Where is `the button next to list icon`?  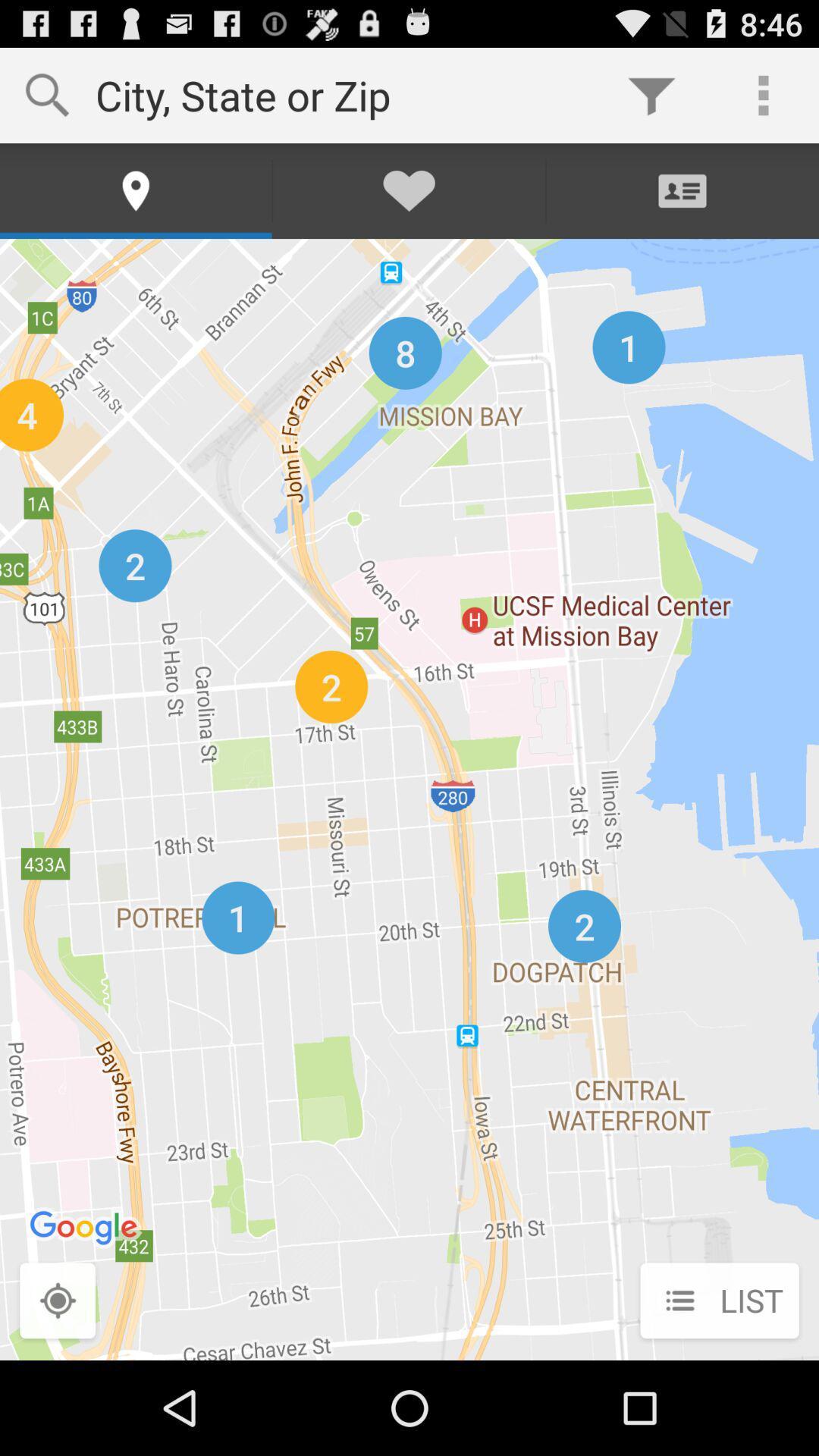
the button next to list icon is located at coordinates (57, 1301).